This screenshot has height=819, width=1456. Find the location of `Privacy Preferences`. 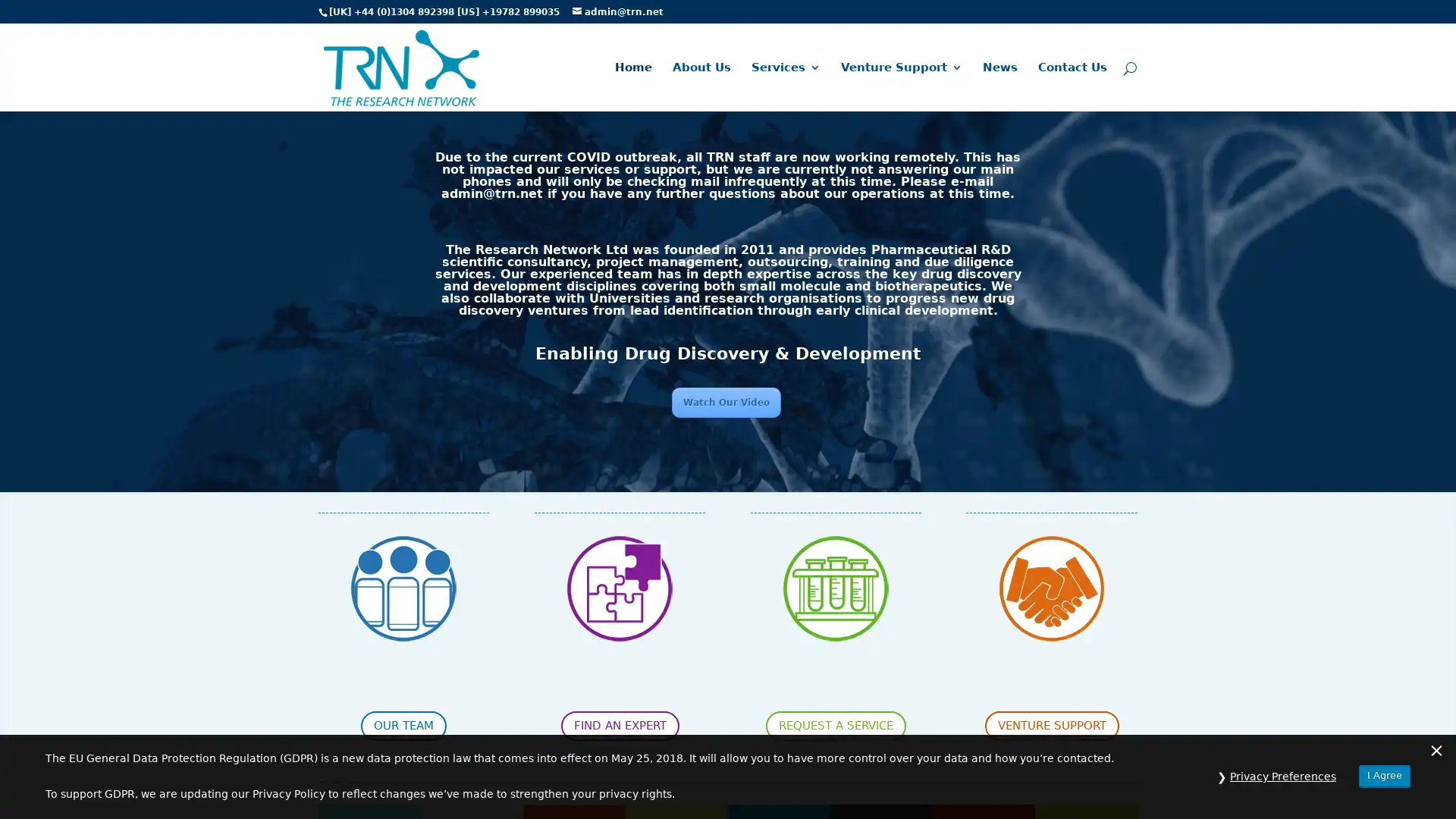

Privacy Preferences is located at coordinates (1282, 776).